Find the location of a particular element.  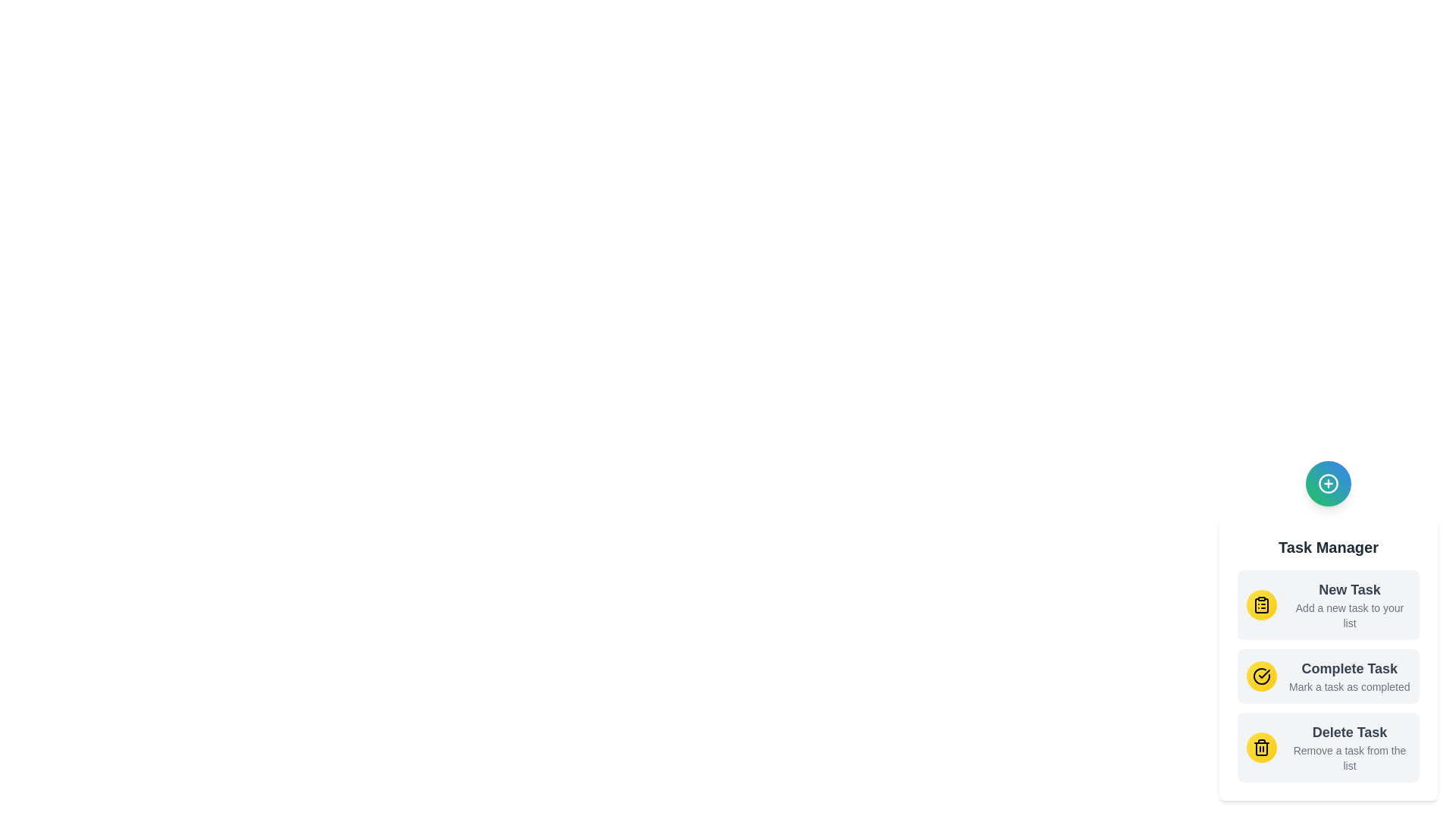

the speed dial button to toggle the menu is located at coordinates (1328, 483).